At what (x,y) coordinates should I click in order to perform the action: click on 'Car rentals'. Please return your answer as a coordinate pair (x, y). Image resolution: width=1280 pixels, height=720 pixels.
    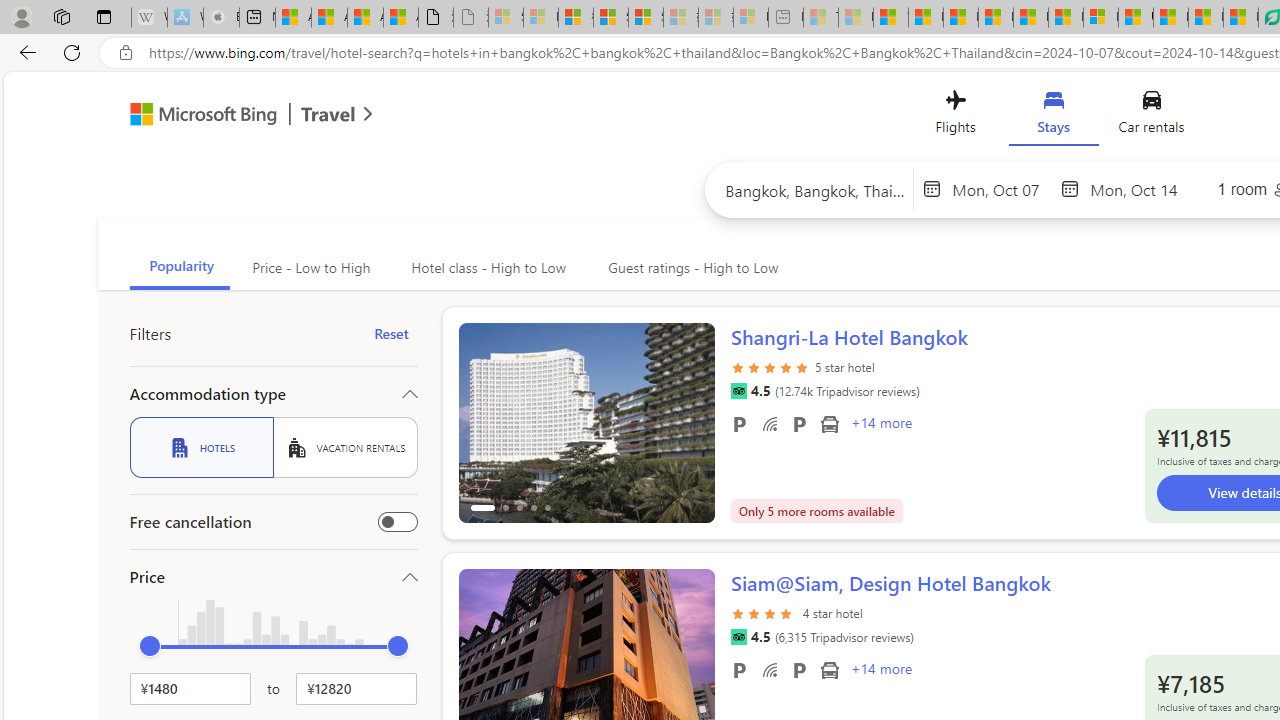
    Looking at the image, I should click on (1151, 117).